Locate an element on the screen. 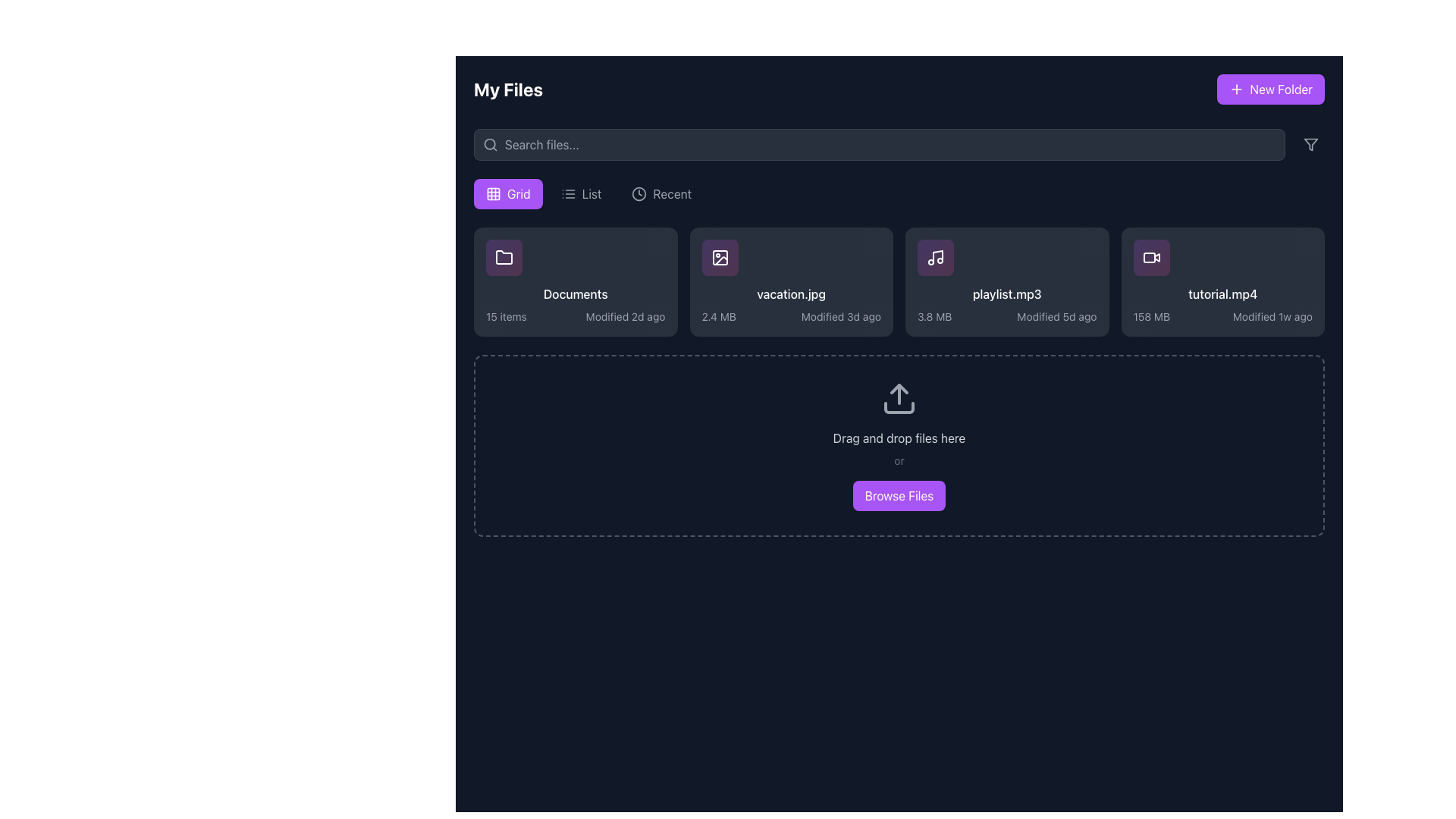 The image size is (1456, 819). the 'Grid' label within the purple button located at the top section of the interface, which switches the display layout to a grid view is located at coordinates (519, 193).